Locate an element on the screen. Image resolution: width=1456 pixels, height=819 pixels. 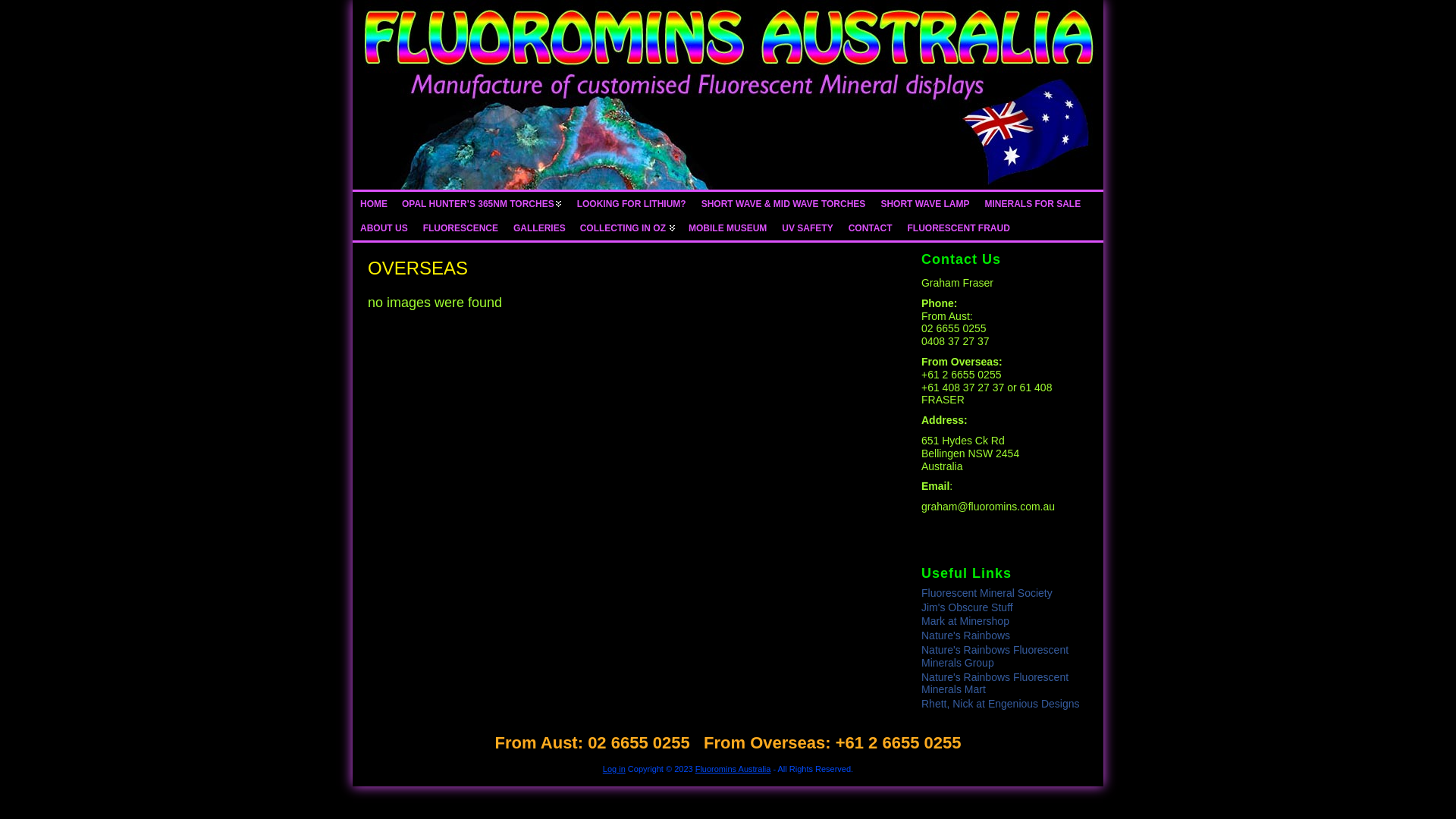
'FLUORESCENCE' is located at coordinates (415, 227).